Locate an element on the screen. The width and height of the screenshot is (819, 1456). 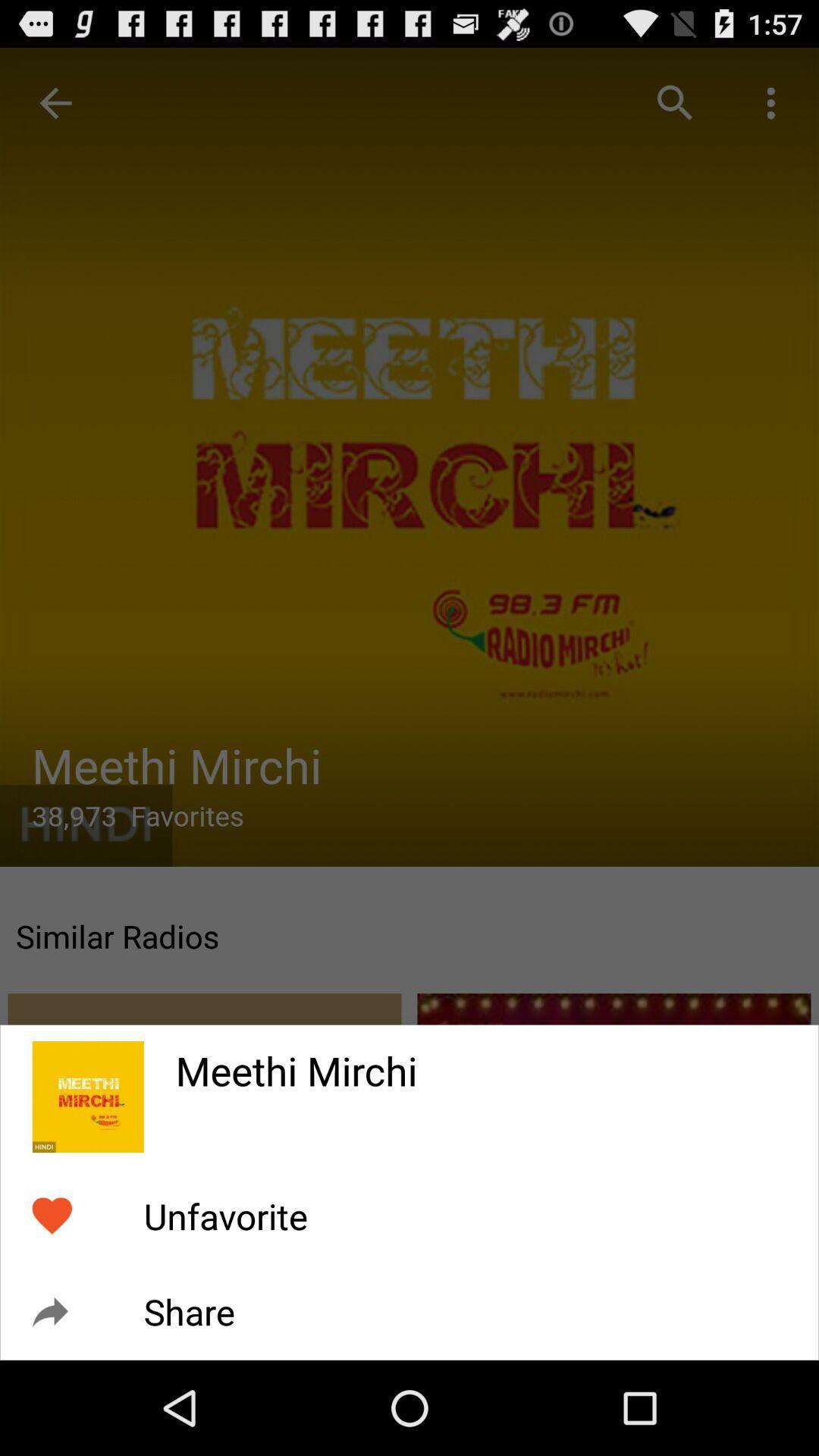
icon next to meethi mirchi is located at coordinates (88, 1097).